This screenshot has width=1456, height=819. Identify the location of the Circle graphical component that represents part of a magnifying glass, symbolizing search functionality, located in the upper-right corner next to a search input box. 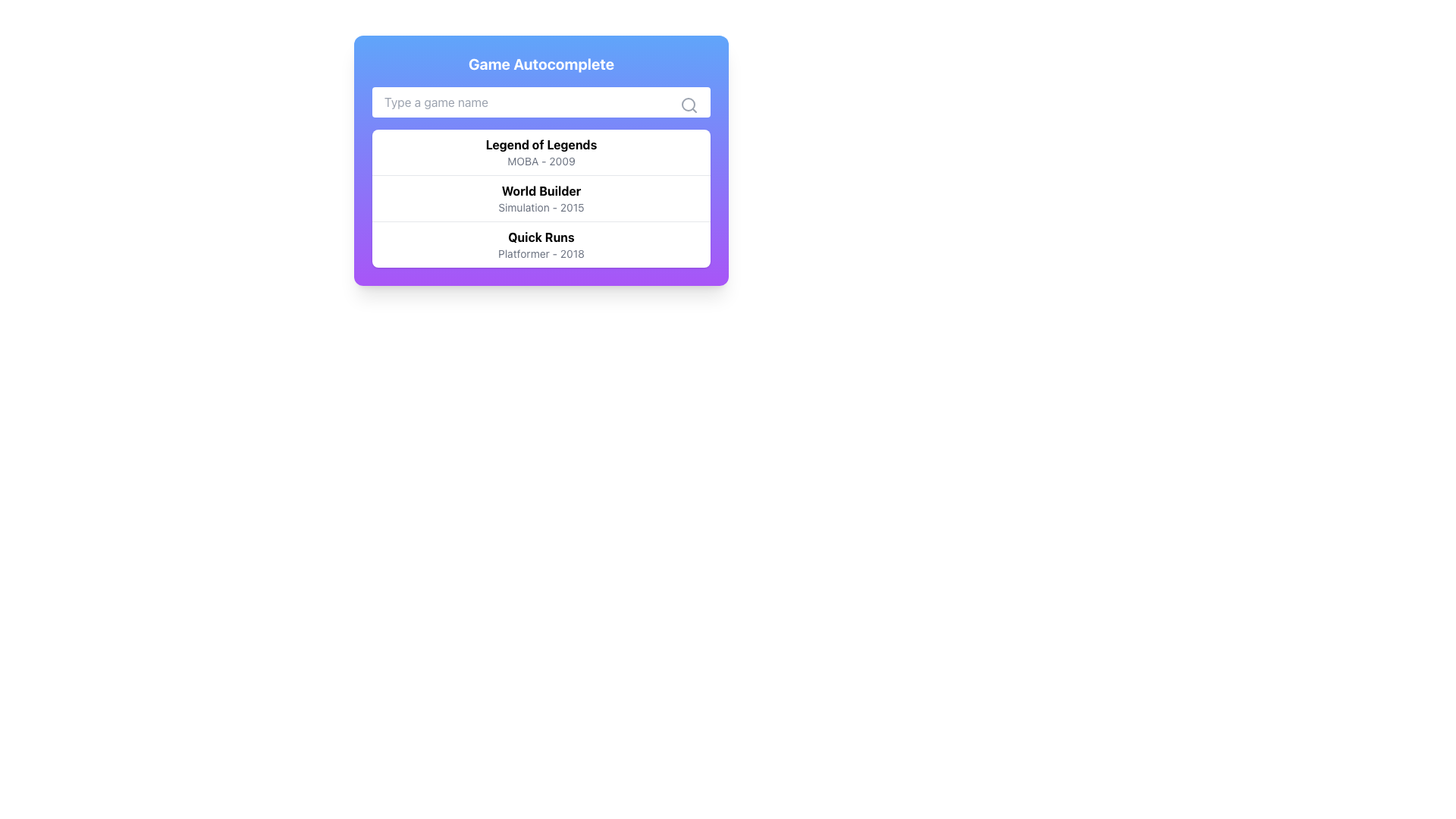
(687, 104).